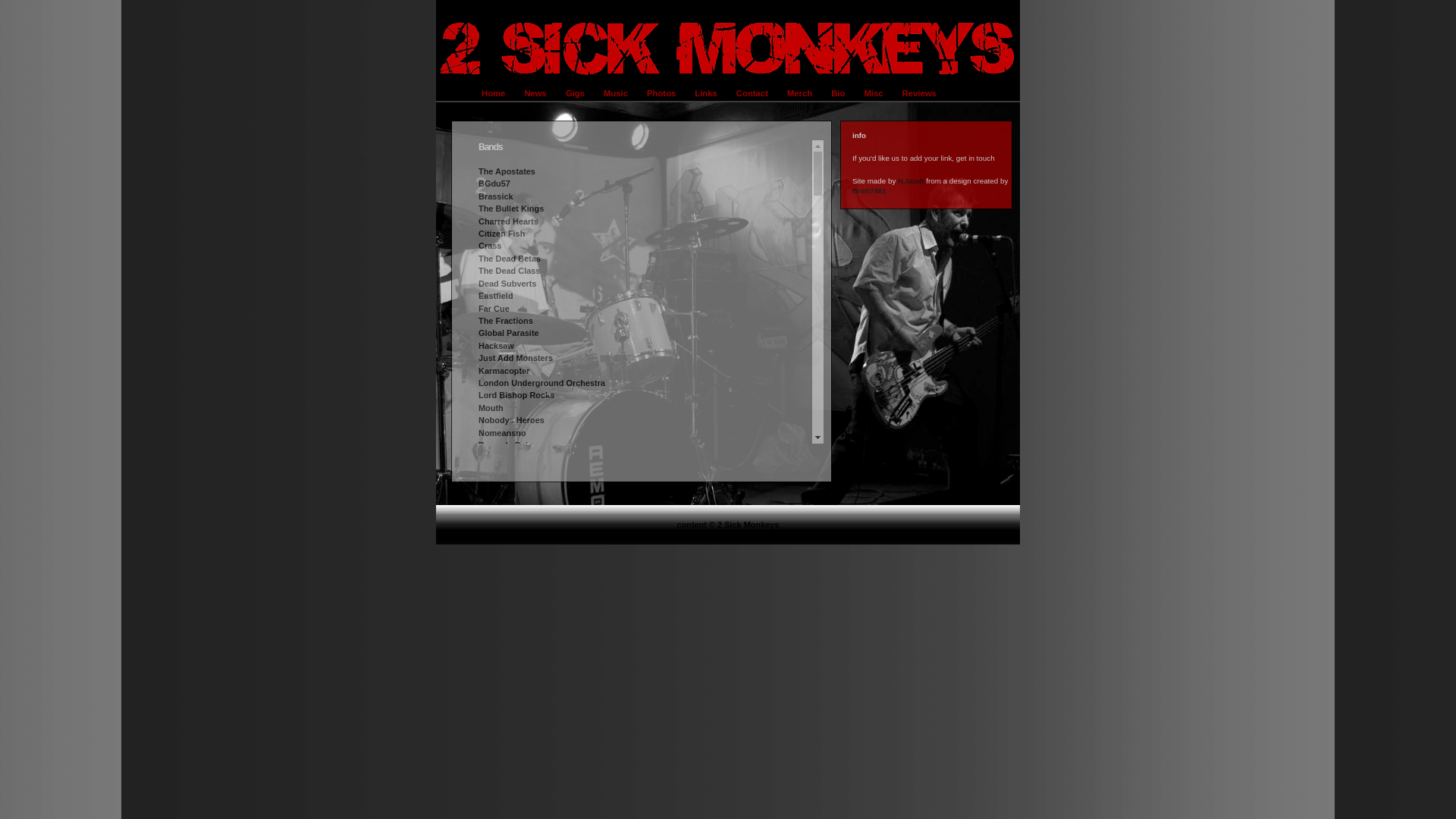 Image resolution: width=1456 pixels, height=819 pixels. I want to click on 'Just Add Monsters', so click(516, 357).